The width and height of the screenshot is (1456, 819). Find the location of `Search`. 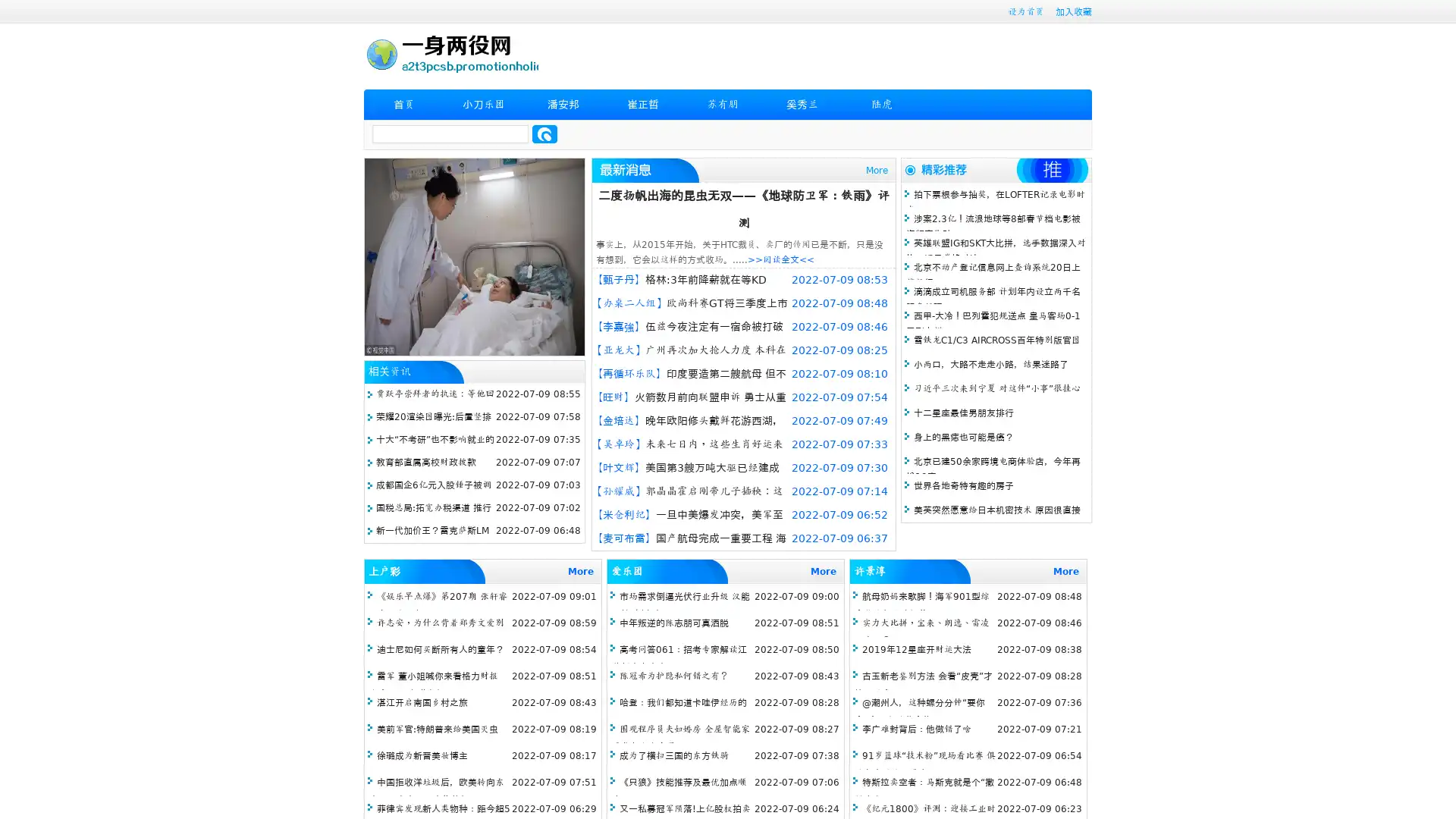

Search is located at coordinates (544, 133).